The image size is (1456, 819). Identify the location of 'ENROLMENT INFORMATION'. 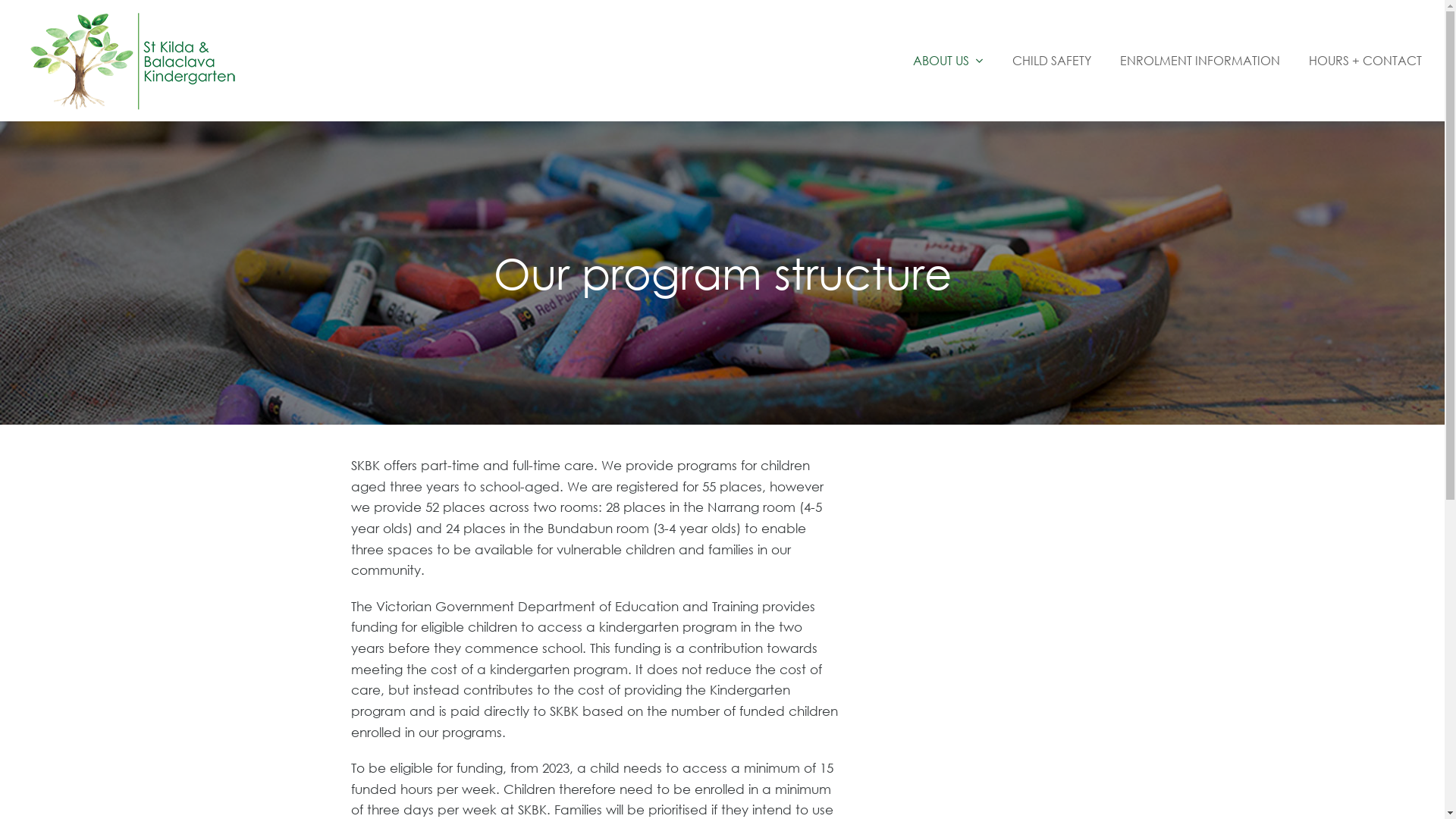
(1199, 60).